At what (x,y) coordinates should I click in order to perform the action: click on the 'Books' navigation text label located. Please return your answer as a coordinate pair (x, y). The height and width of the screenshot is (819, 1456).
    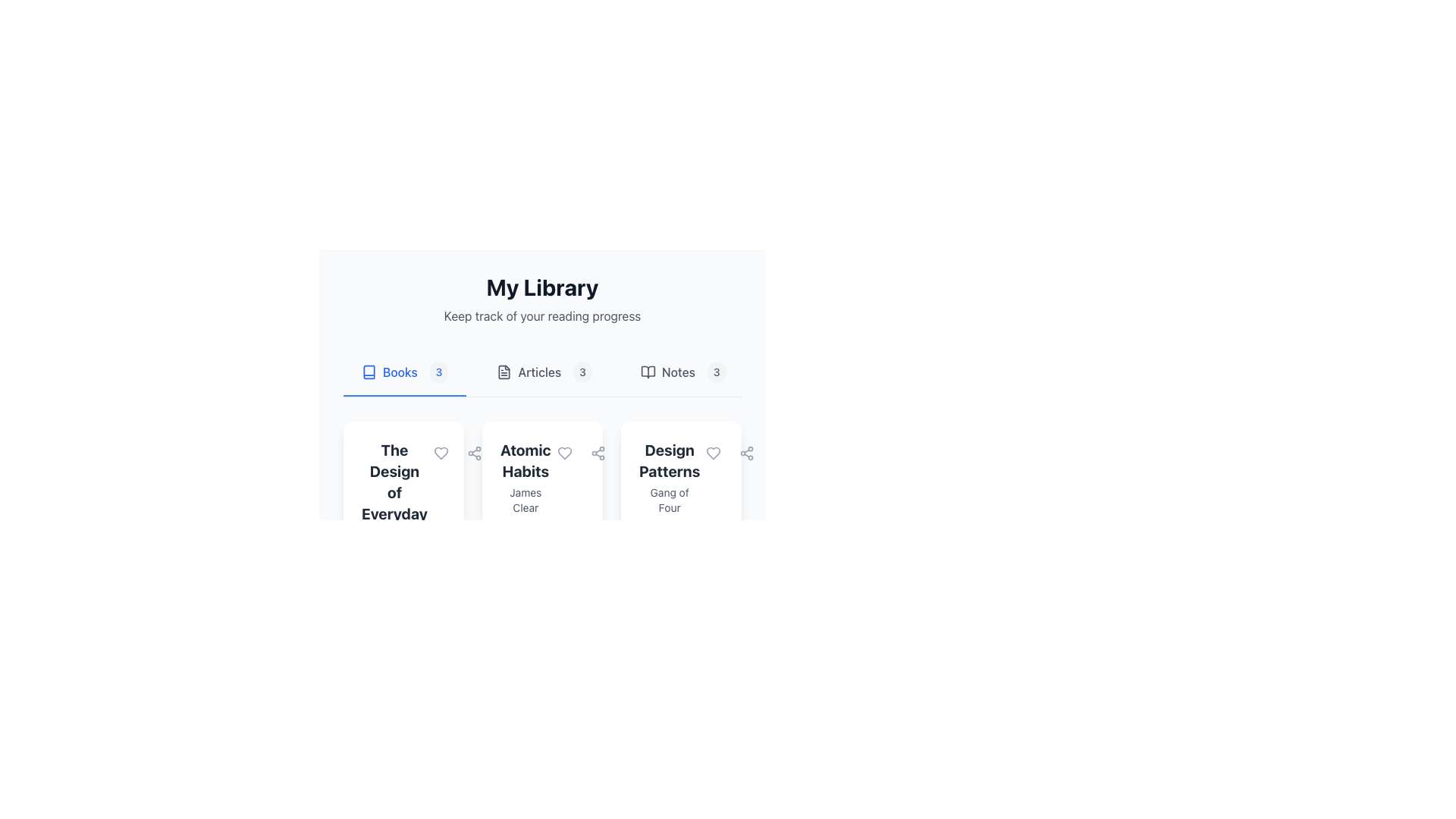
    Looking at the image, I should click on (400, 372).